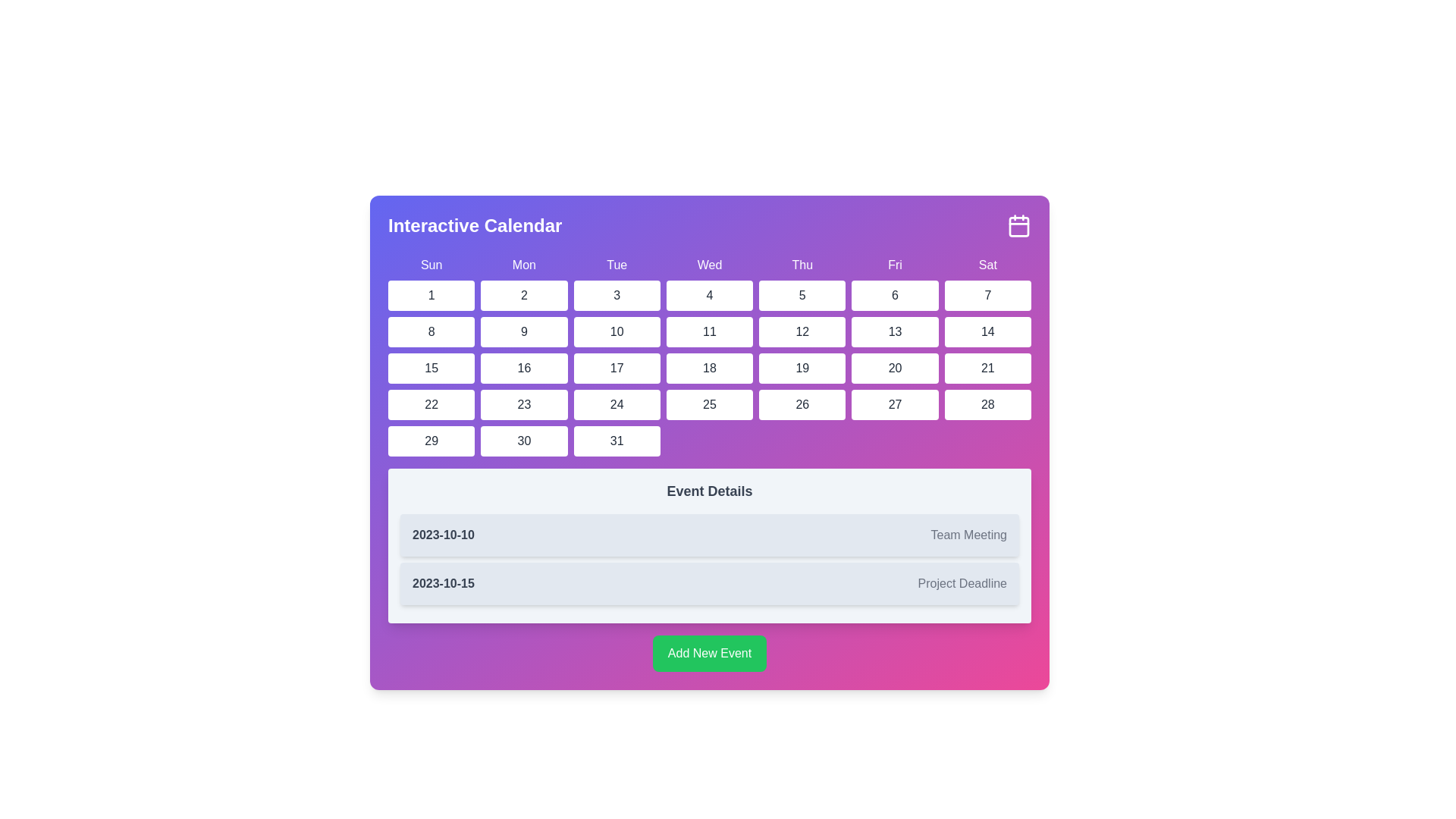 This screenshot has width=1456, height=819. Describe the element at coordinates (895, 369) in the screenshot. I see `the button representing the date '20' in the calendar under 'Fri'` at that location.